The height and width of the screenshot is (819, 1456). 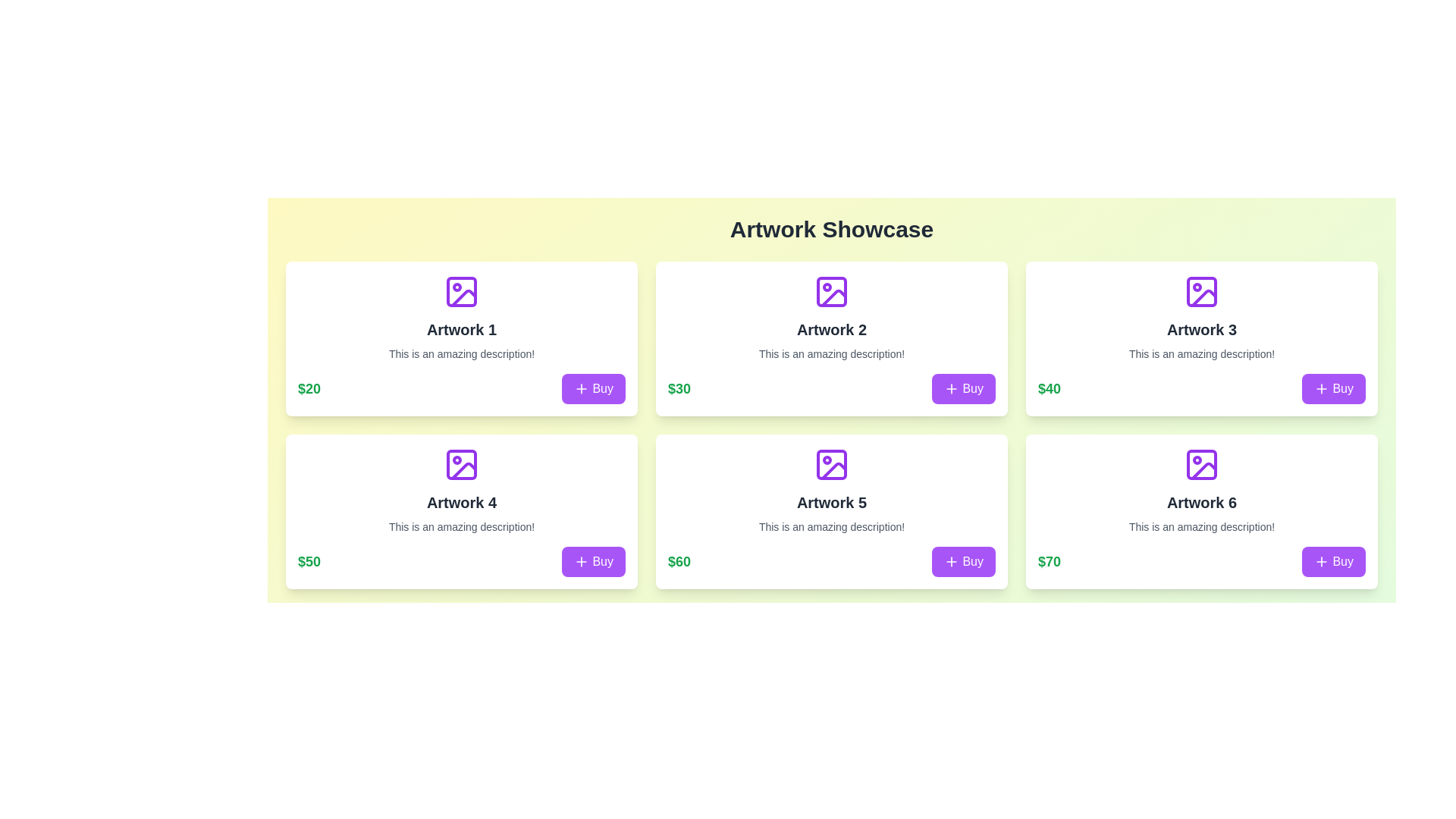 What do you see at coordinates (831, 526) in the screenshot?
I see `the Text Label providing additional information about 'Artwork 5', located below its title and above the price and purchase button` at bounding box center [831, 526].